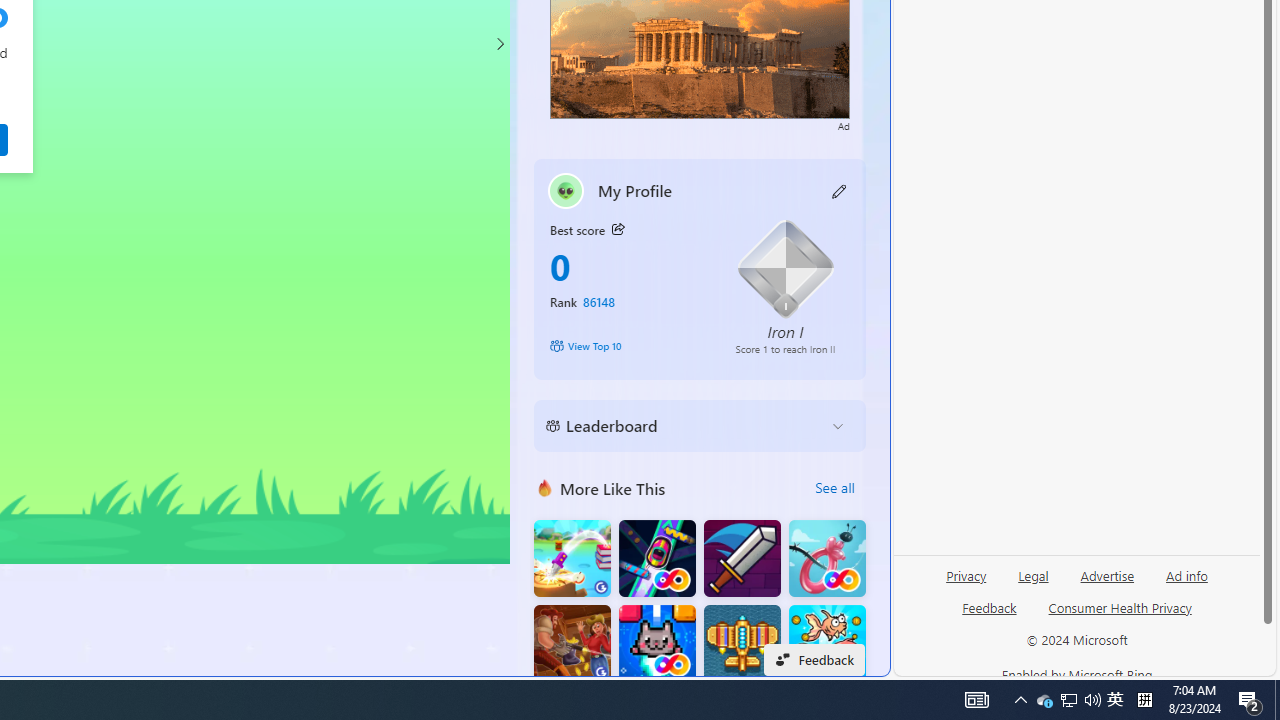 The width and height of the screenshot is (1280, 720). I want to click on 'Knife Flip', so click(571, 558).